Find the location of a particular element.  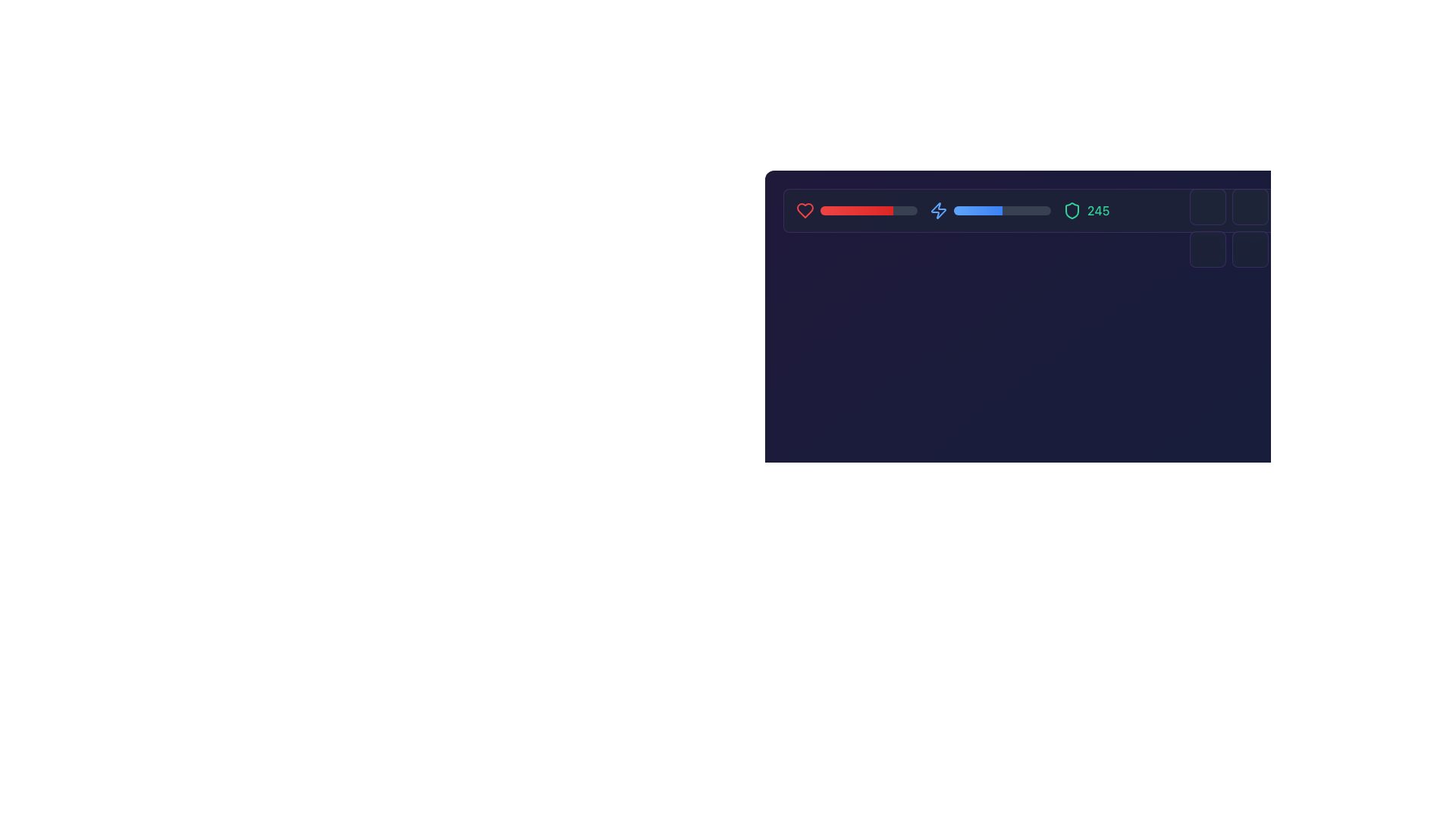

the health status icon located at the top-left of the interface, which precedes other indicators like energy and shield values is located at coordinates (804, 210).